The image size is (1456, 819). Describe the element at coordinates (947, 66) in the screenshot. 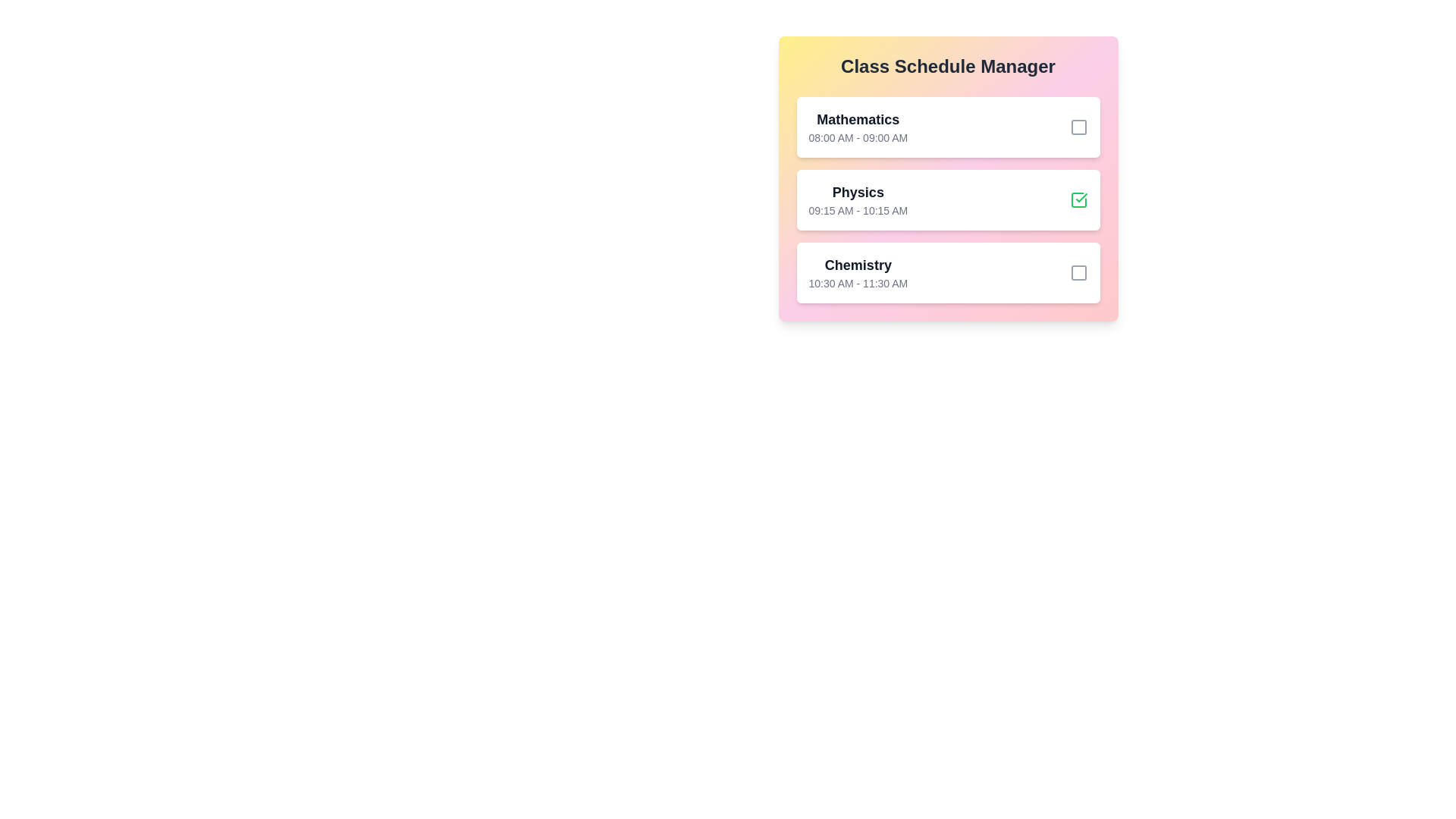

I see `the 'Class Schedule Manager' title to focus on it` at that location.